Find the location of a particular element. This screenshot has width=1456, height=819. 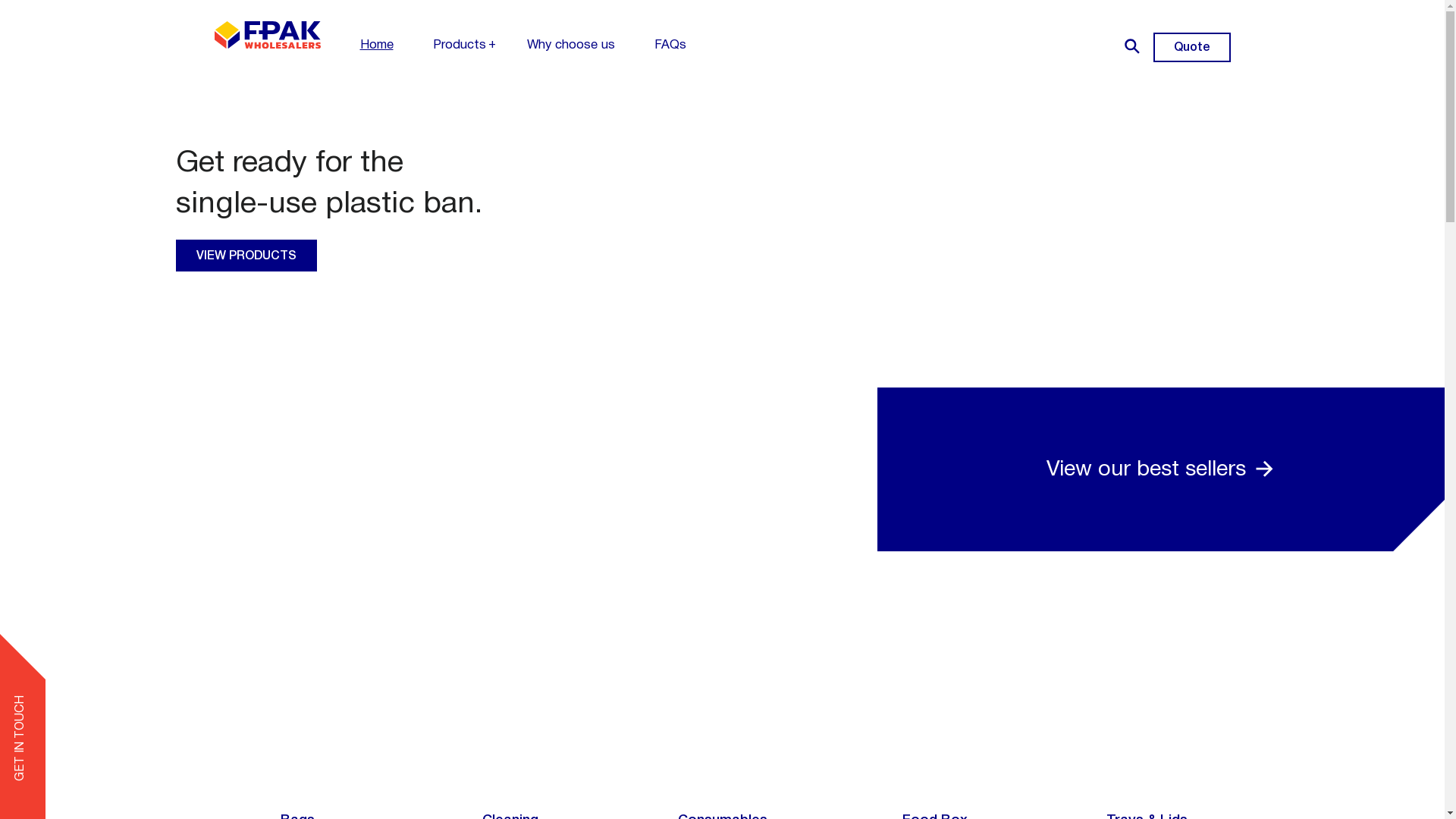

'Why choose us' is located at coordinates (570, 44).